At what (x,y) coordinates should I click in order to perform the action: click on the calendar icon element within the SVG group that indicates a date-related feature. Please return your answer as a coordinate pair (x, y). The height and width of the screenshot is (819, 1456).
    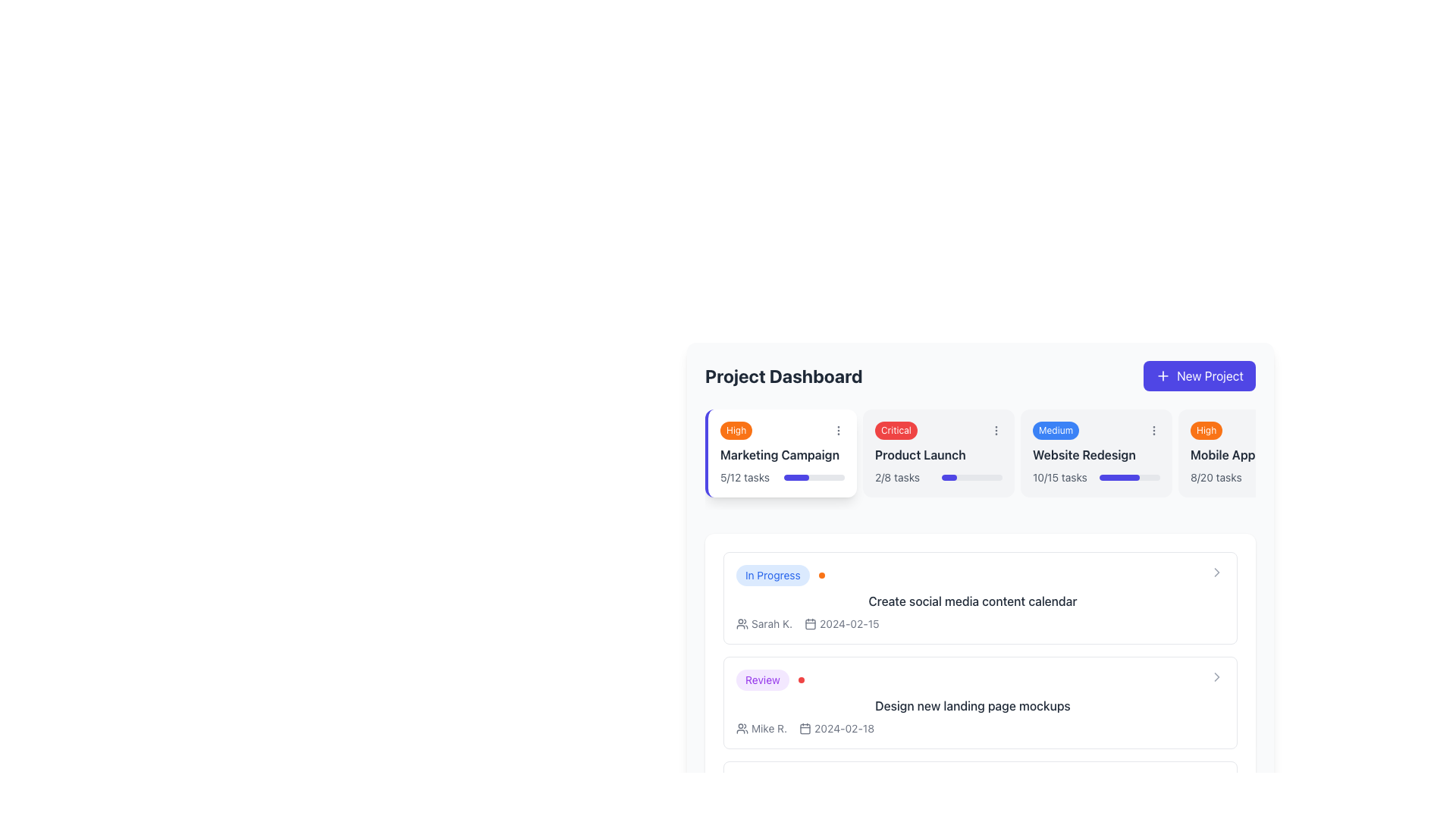
    Looking at the image, I should click on (810, 624).